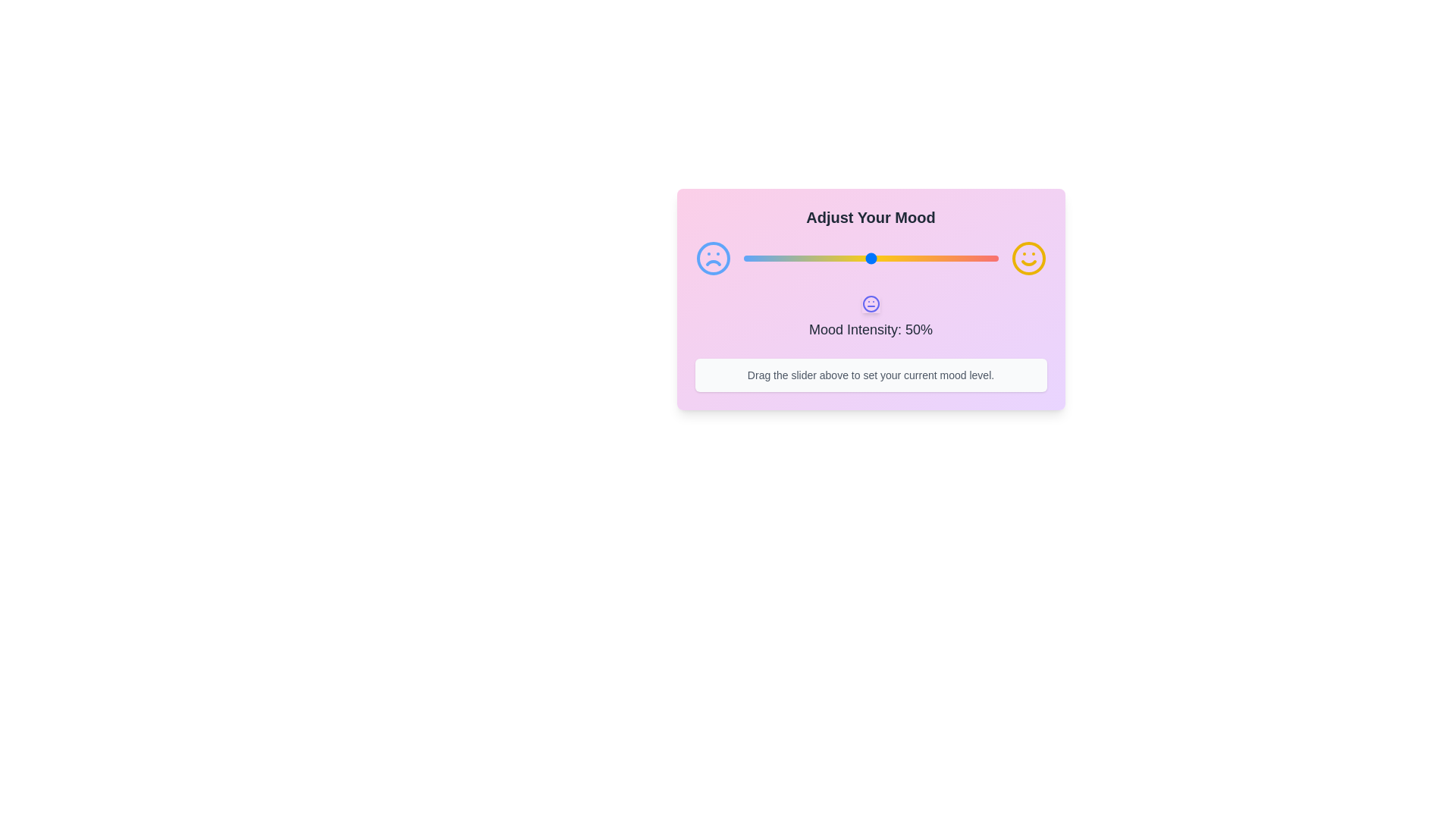 Image resolution: width=1456 pixels, height=819 pixels. What do you see at coordinates (908, 257) in the screenshot?
I see `the mood intensity to 65% by dragging the slider` at bounding box center [908, 257].